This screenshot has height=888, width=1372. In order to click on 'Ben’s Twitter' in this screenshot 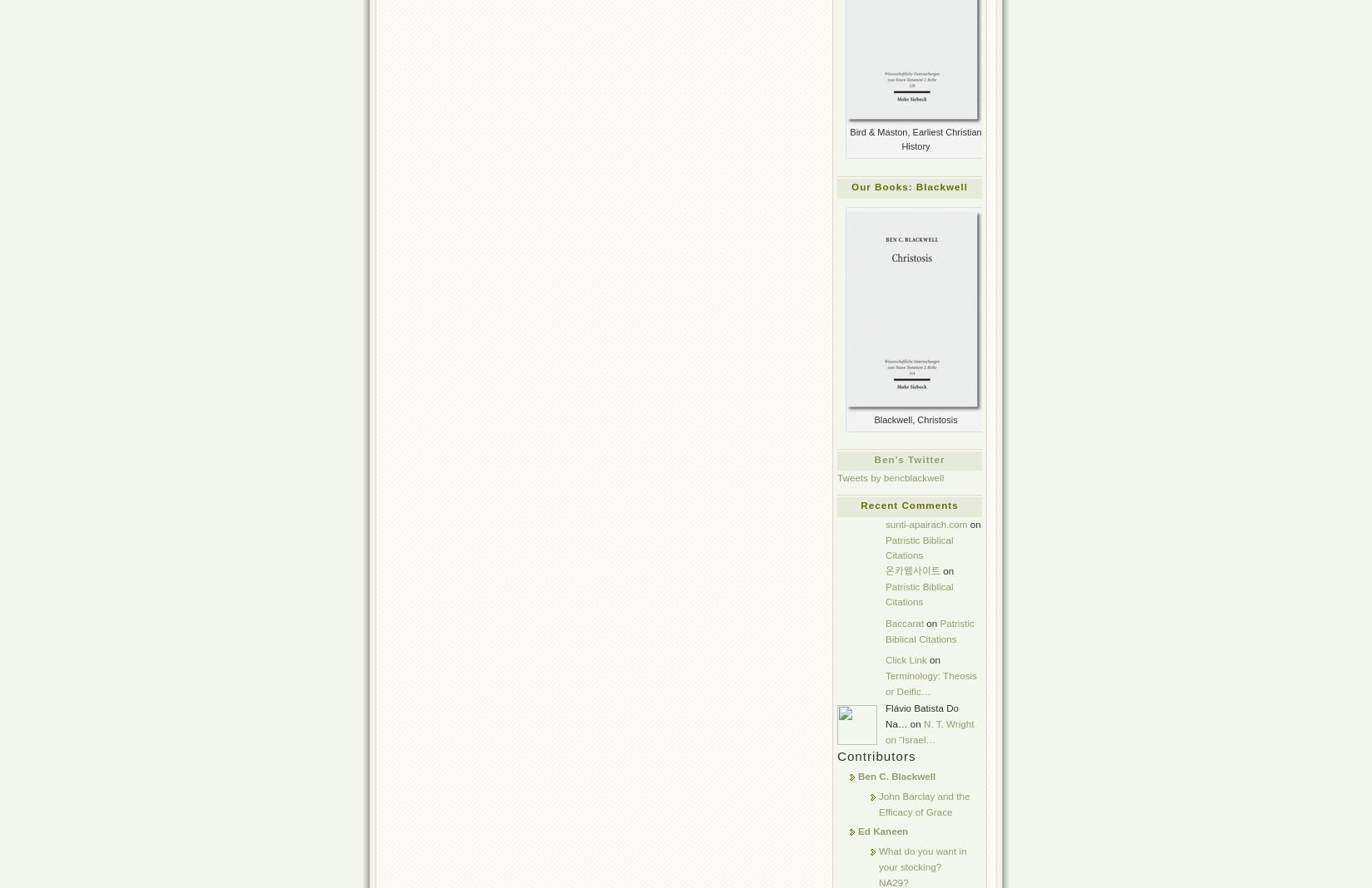, I will do `click(874, 457)`.